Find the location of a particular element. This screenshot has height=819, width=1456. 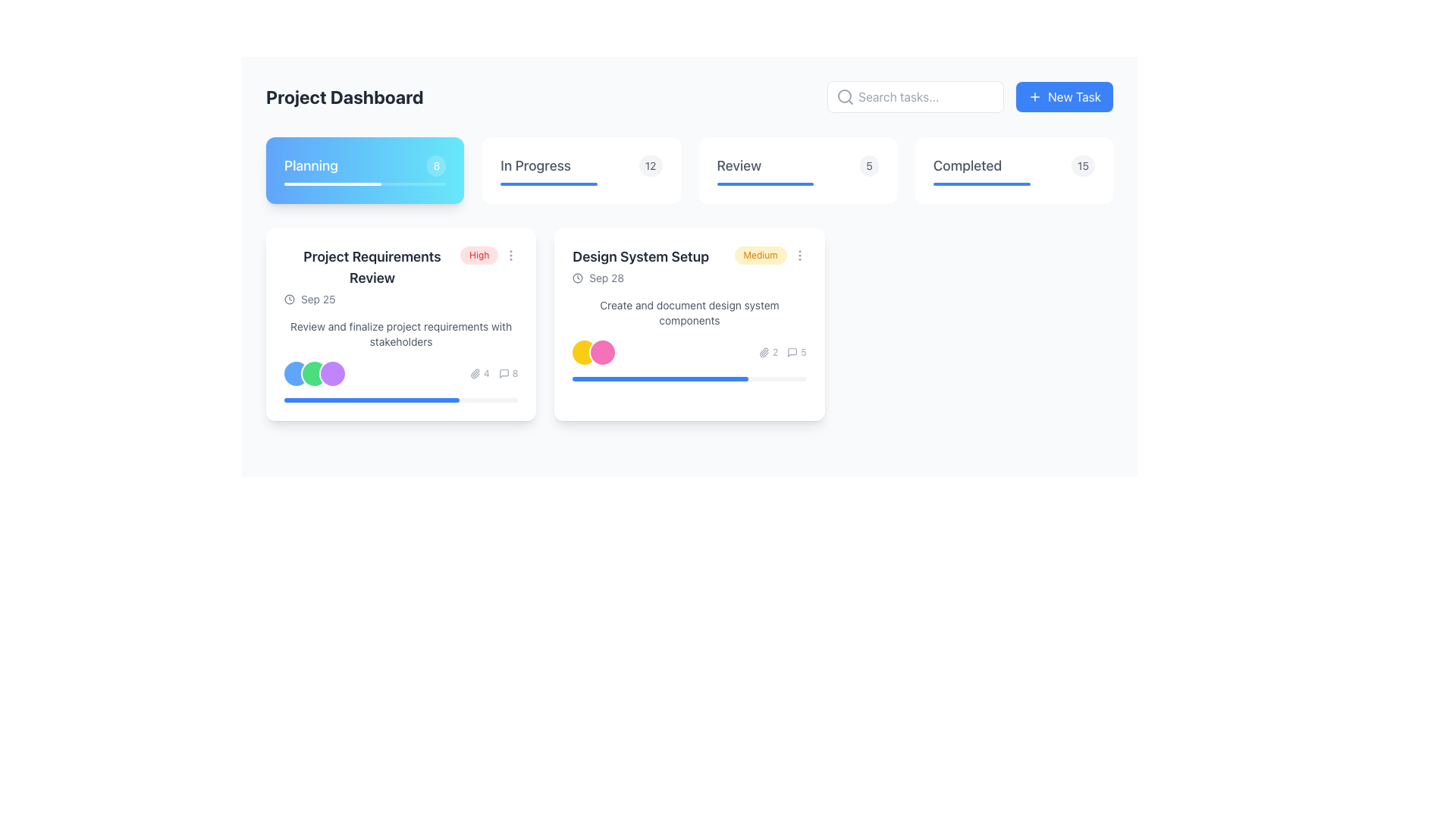

the 'Completed' tasks count Badge located in the top-right corner of the task status categories horizontal bar is located at coordinates (1082, 166).